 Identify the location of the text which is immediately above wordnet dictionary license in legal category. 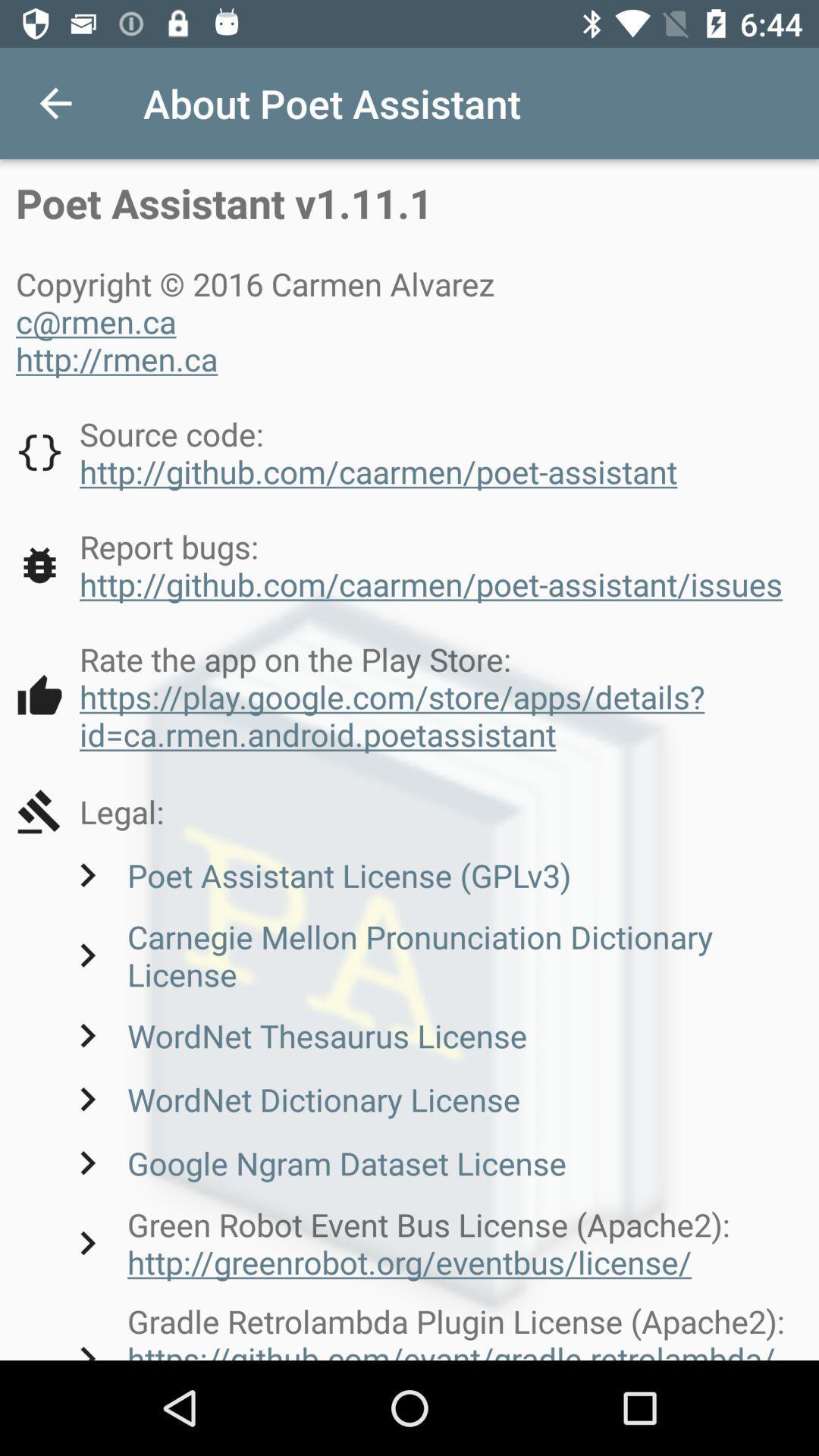
(295, 1034).